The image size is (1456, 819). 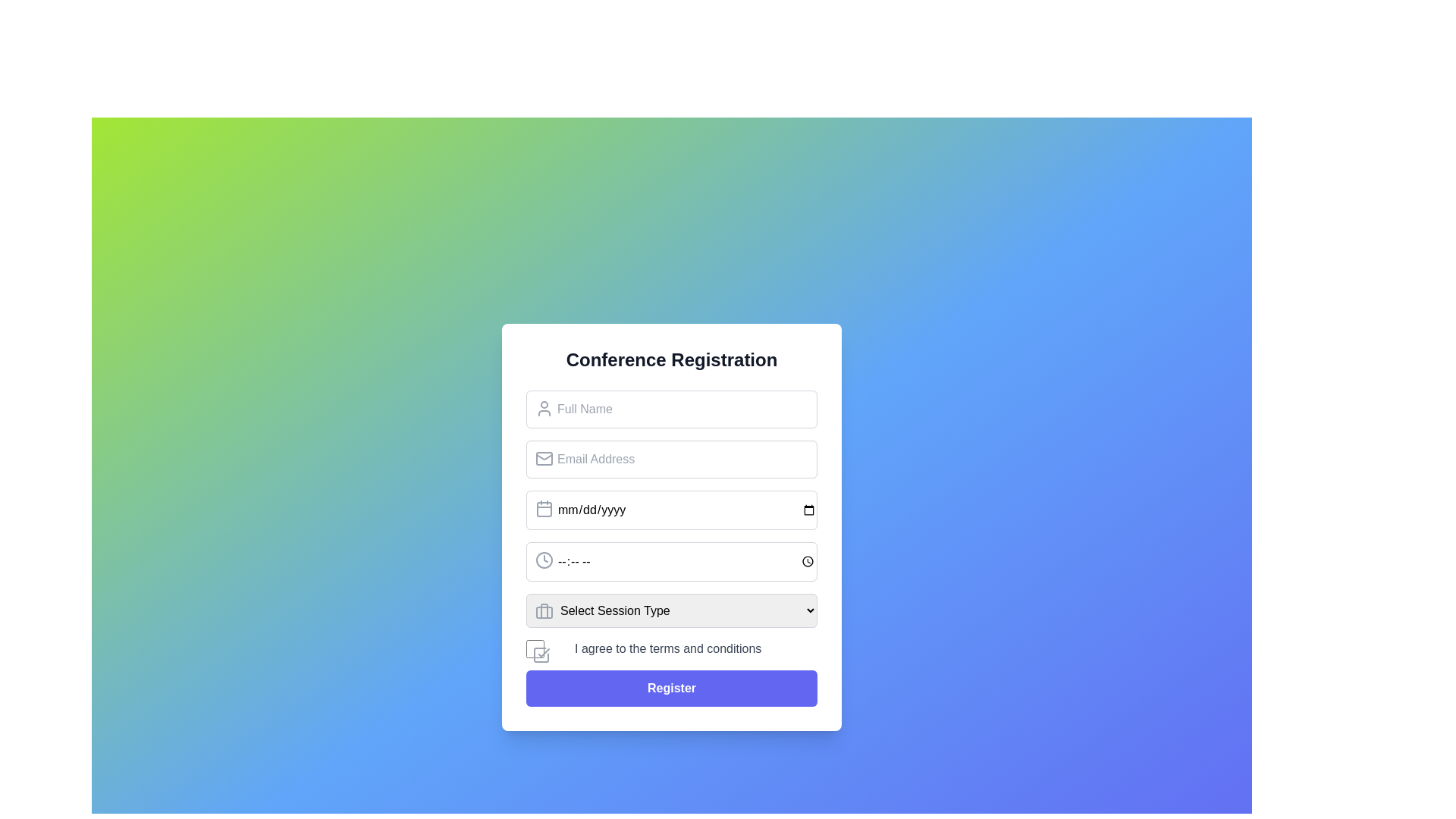 What do you see at coordinates (671, 648) in the screenshot?
I see `the checkbox labeled for accepting the terms and conditions` at bounding box center [671, 648].